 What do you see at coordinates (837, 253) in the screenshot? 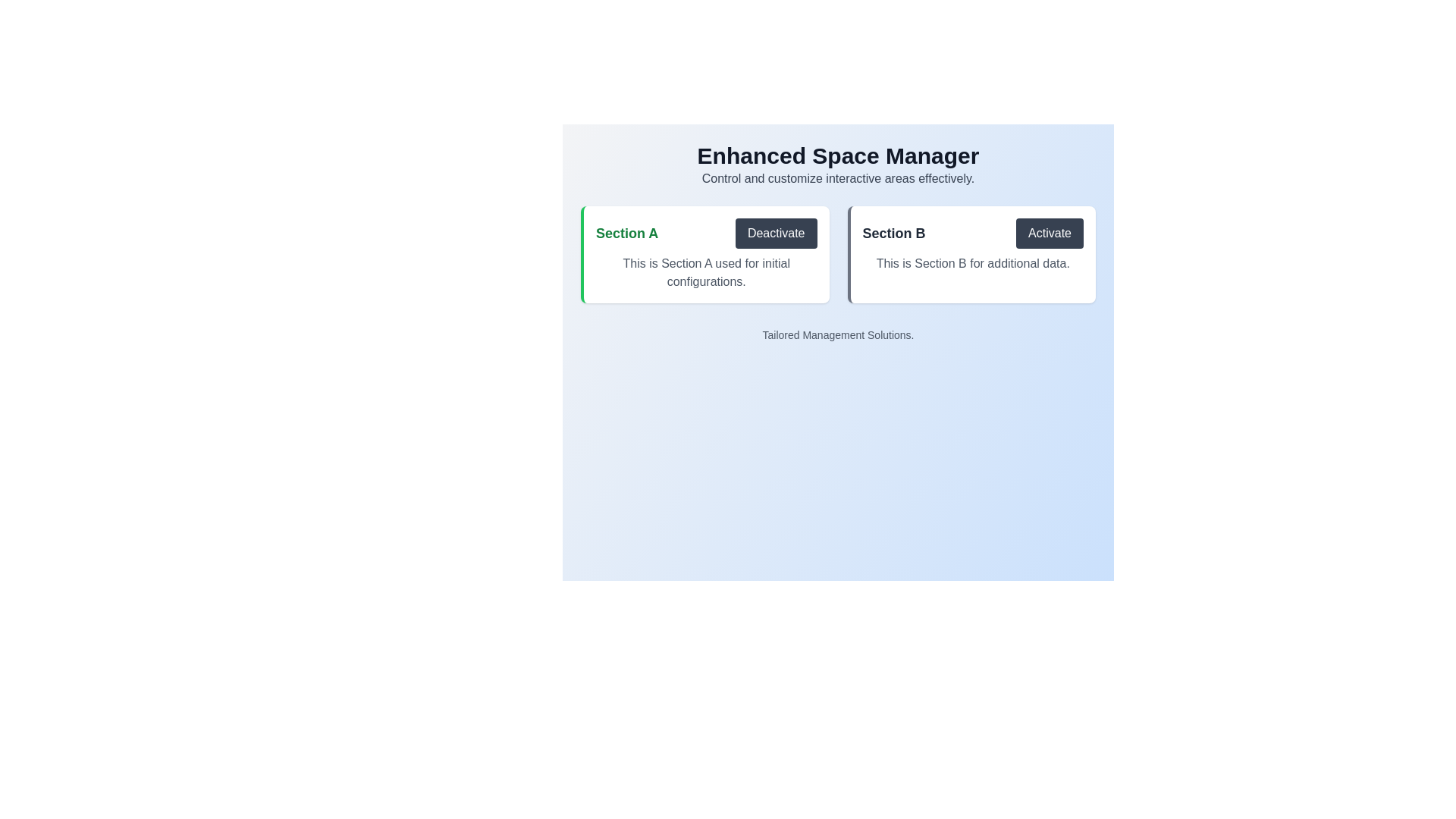
I see `the Grid layout containing sections 'Section A' and 'Section B'` at bounding box center [837, 253].